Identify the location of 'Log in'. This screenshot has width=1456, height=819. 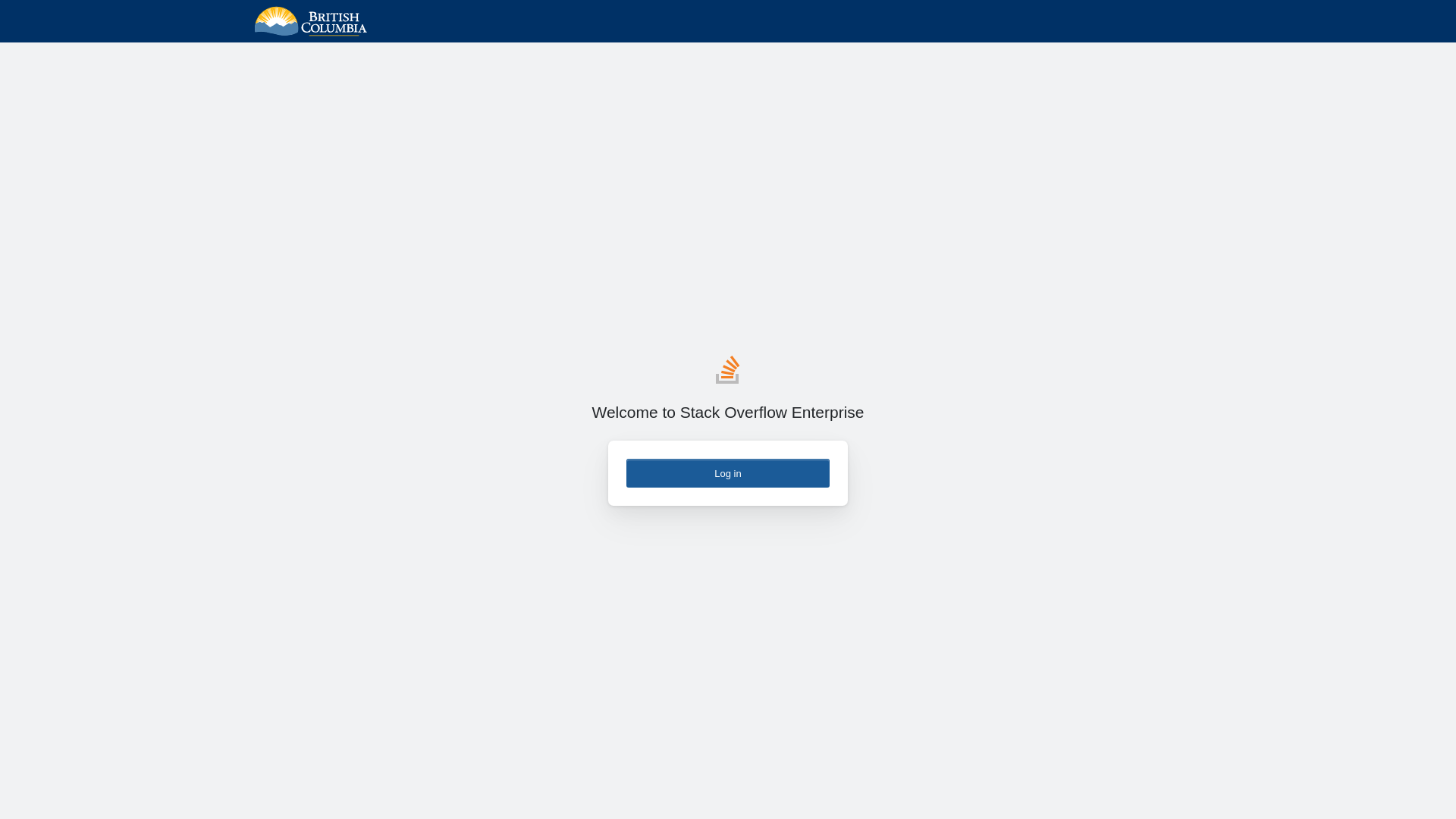
(728, 472).